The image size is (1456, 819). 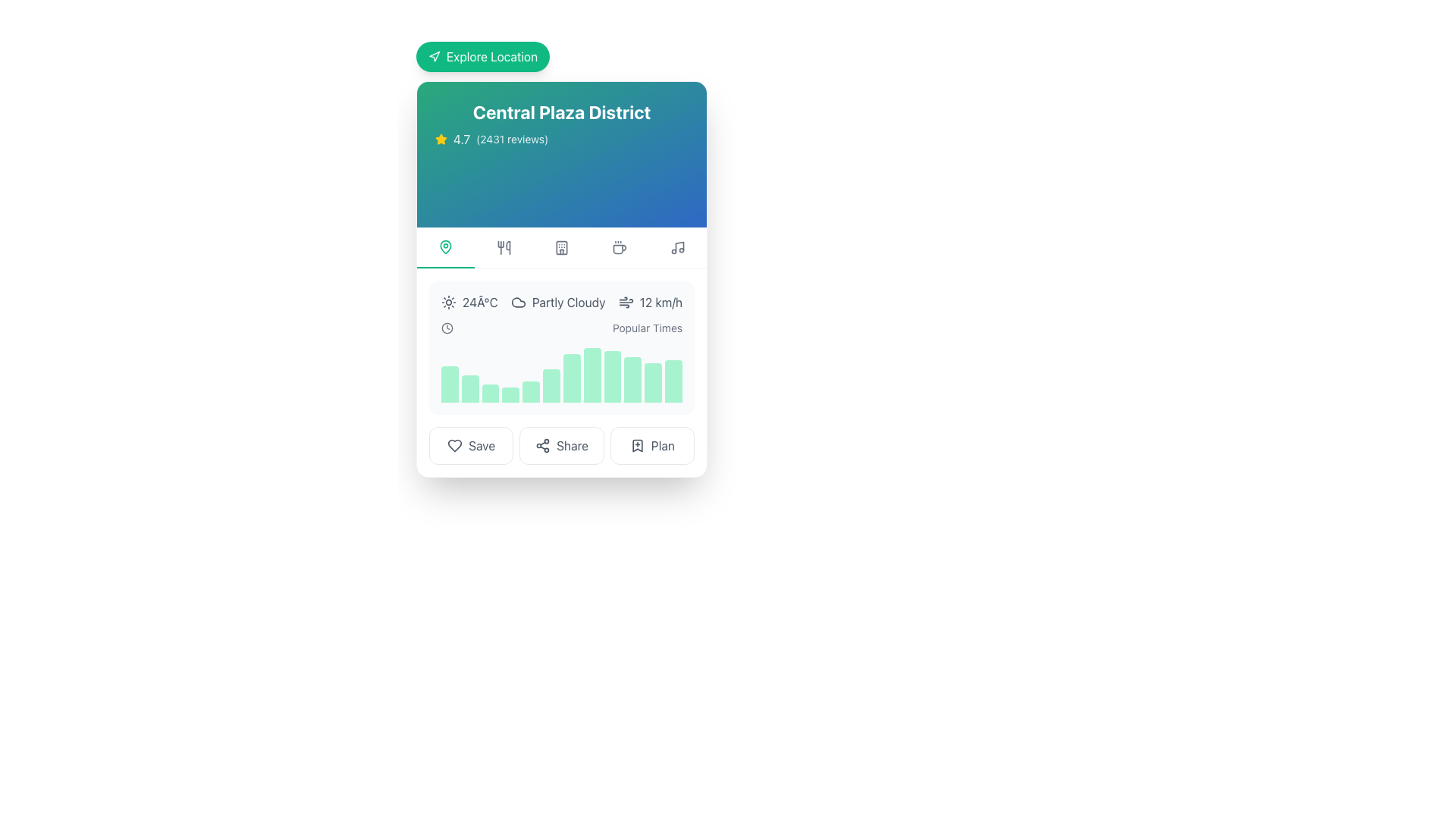 I want to click on the bookmark icon with a plus symbol located in the row of action buttons at the bottom of the card component to initiate a save or bookmark action, so click(x=637, y=444).